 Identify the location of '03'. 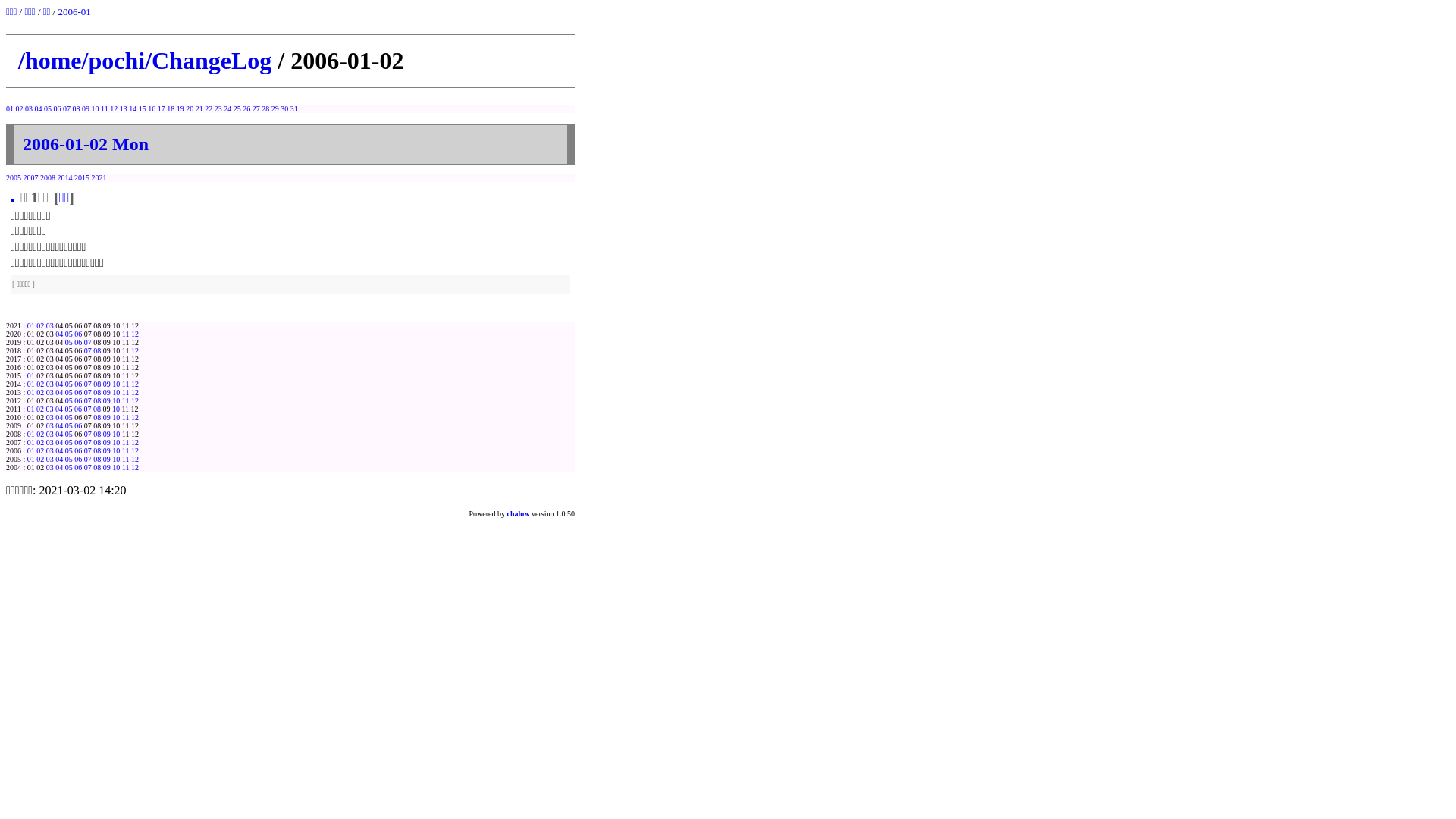
(50, 458).